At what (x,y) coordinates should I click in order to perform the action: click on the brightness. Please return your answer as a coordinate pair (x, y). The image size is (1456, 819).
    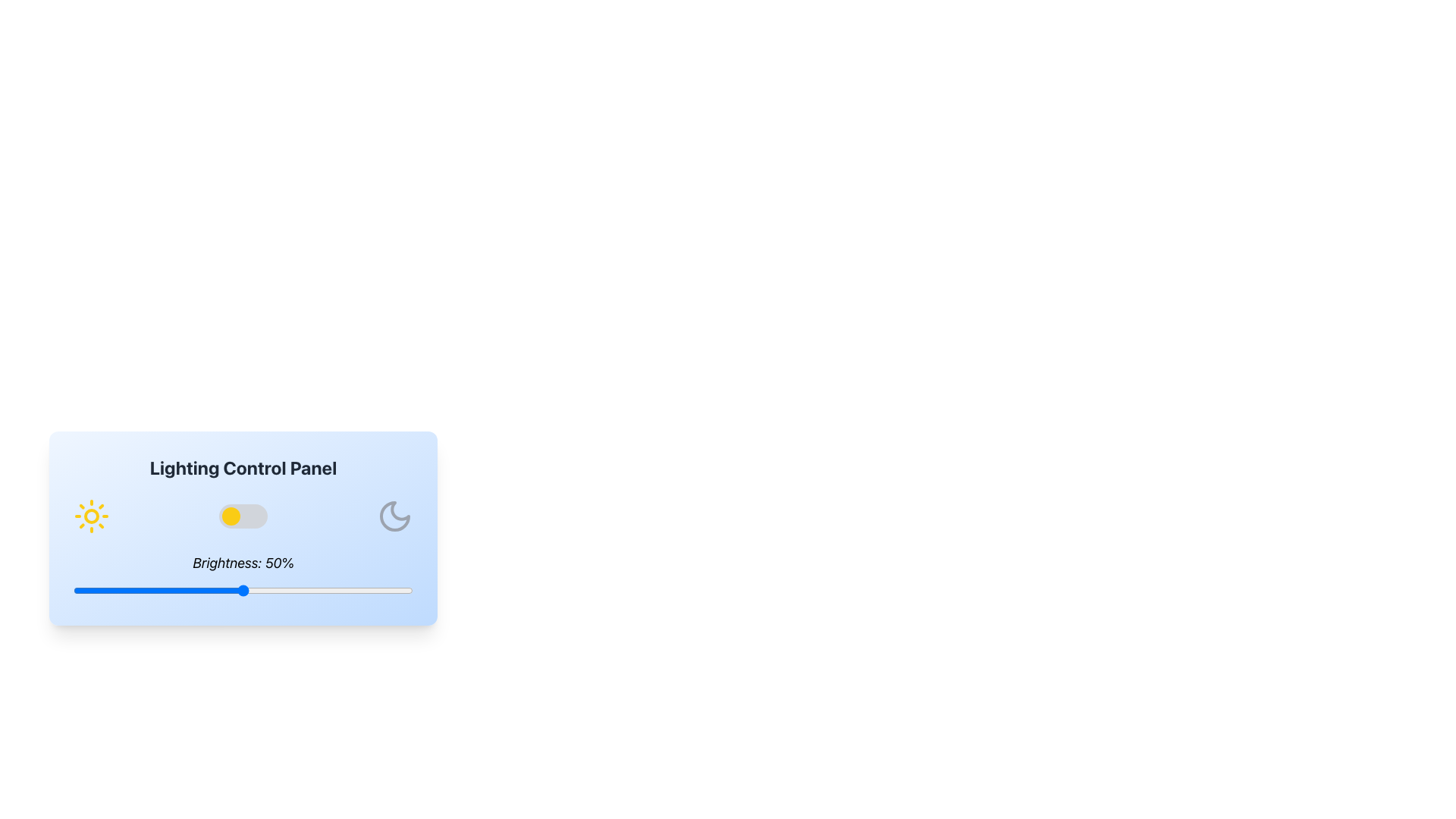
    Looking at the image, I should click on (148, 590).